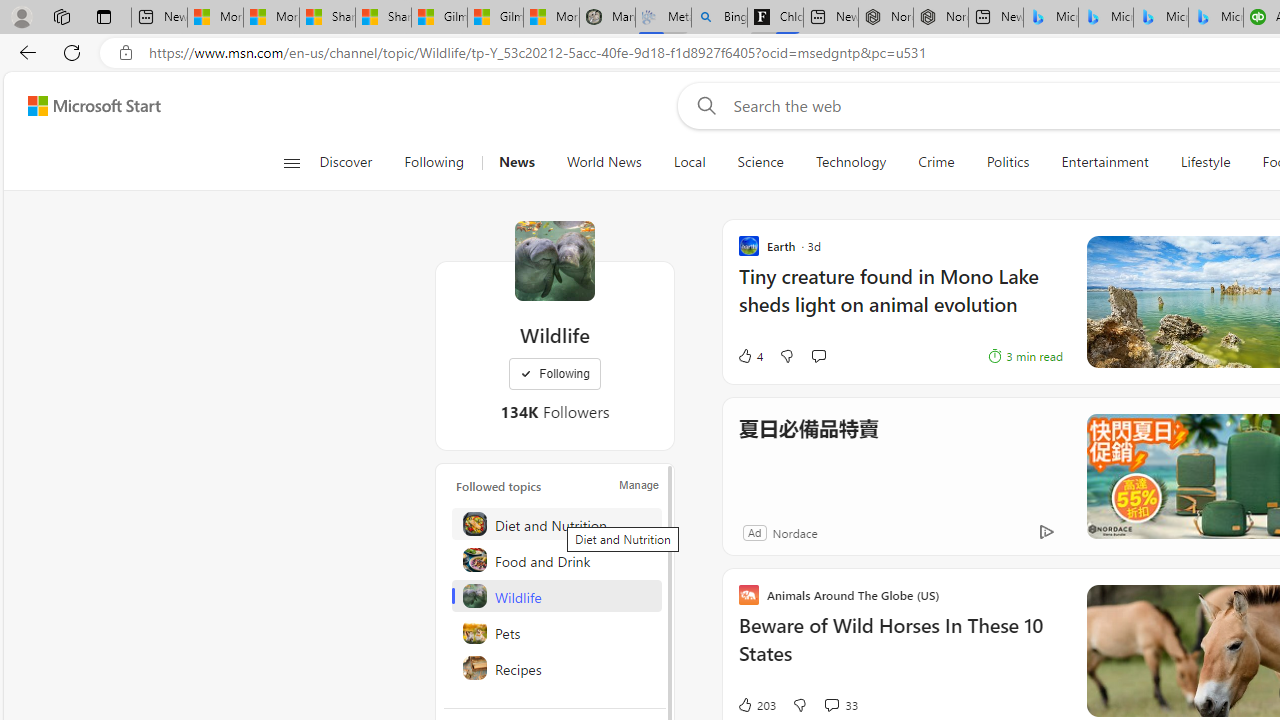  I want to click on 'Science', so click(759, 162).